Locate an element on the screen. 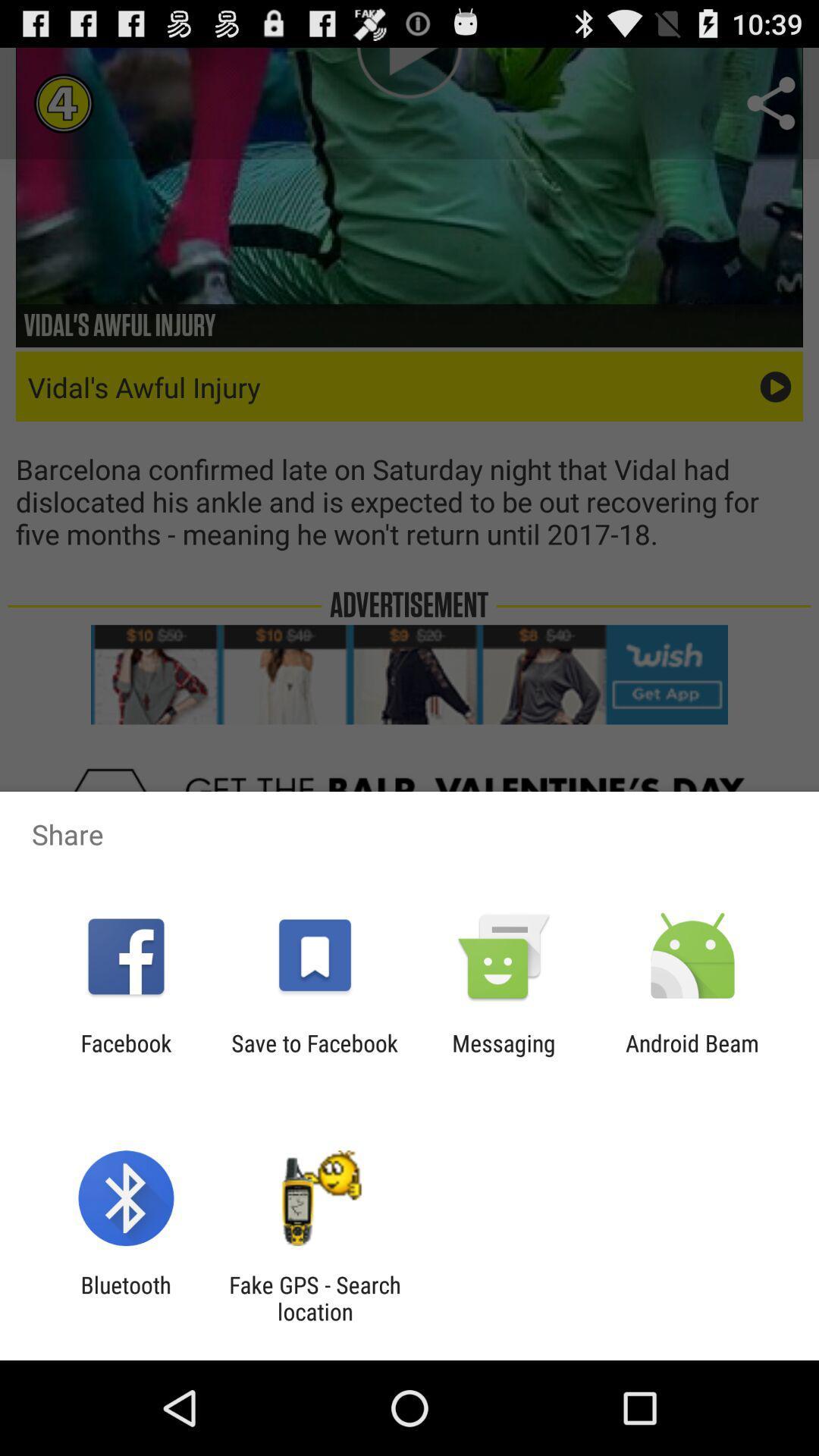  the app to the right of the facebook item is located at coordinates (314, 1056).